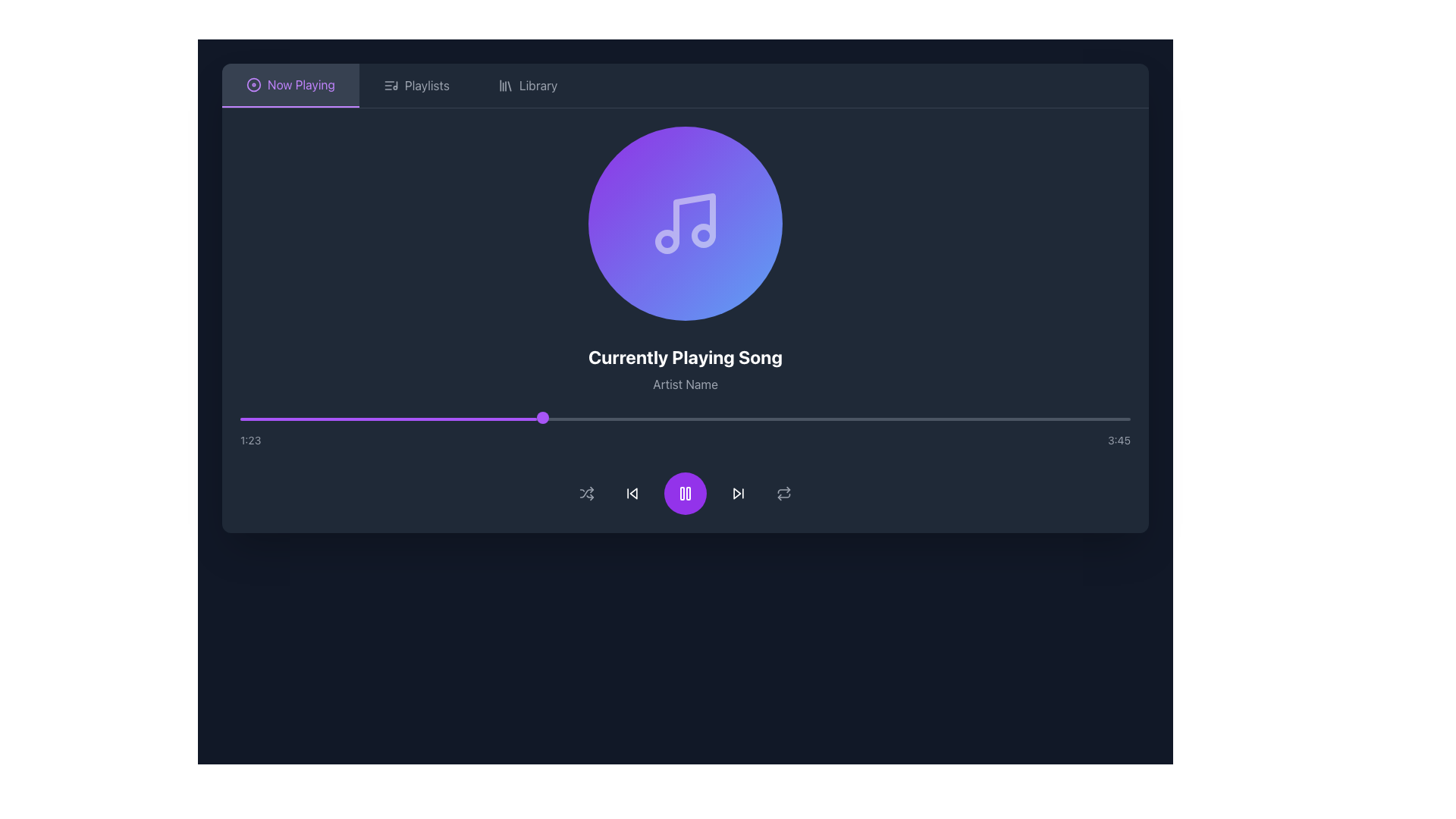  Describe the element at coordinates (409, 419) in the screenshot. I see `the playback position` at that location.